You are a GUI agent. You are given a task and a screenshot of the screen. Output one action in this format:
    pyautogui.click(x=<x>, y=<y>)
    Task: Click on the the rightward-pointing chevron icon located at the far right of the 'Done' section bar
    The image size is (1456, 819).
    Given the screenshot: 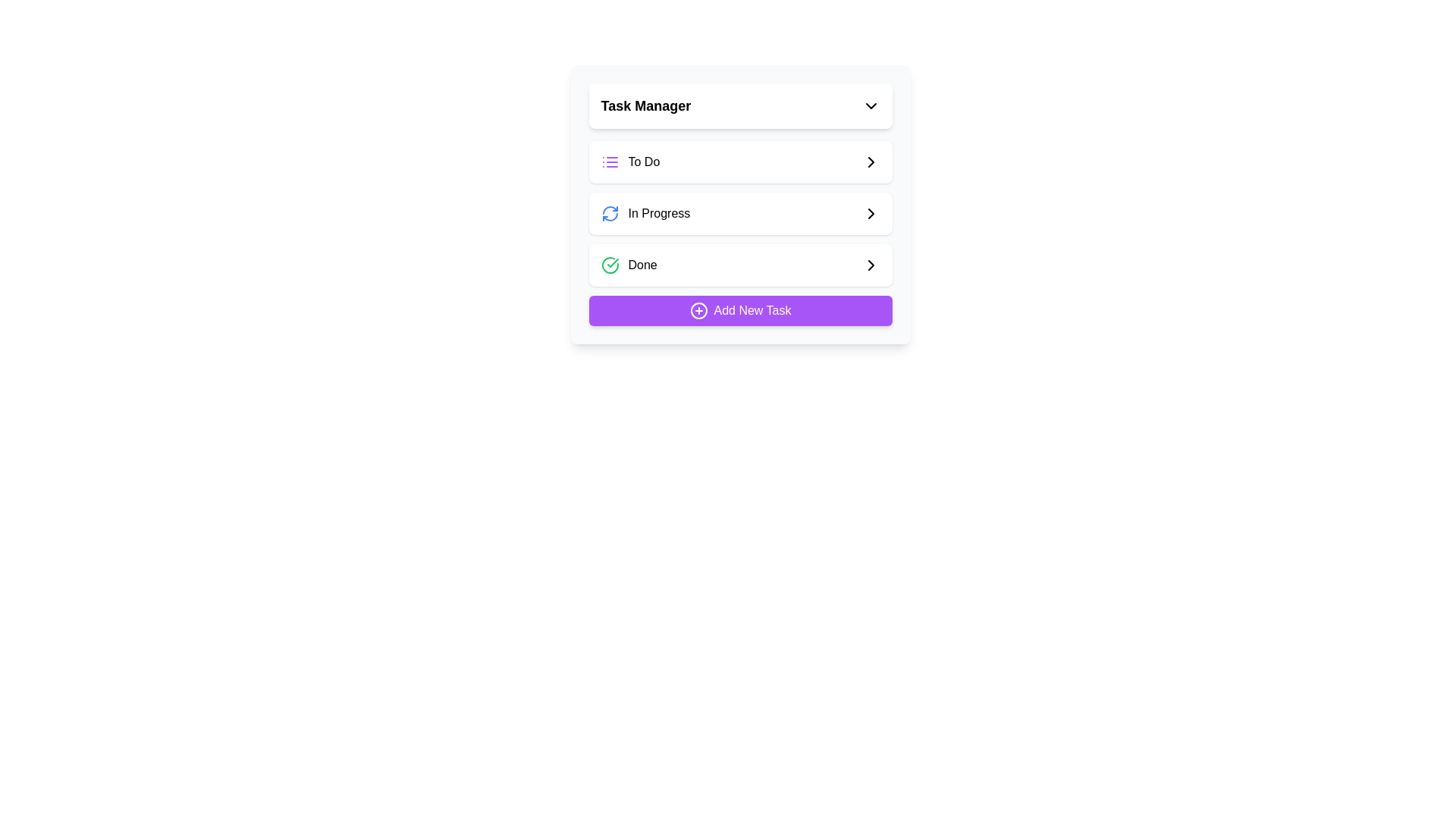 What is the action you would take?
    pyautogui.click(x=871, y=265)
    